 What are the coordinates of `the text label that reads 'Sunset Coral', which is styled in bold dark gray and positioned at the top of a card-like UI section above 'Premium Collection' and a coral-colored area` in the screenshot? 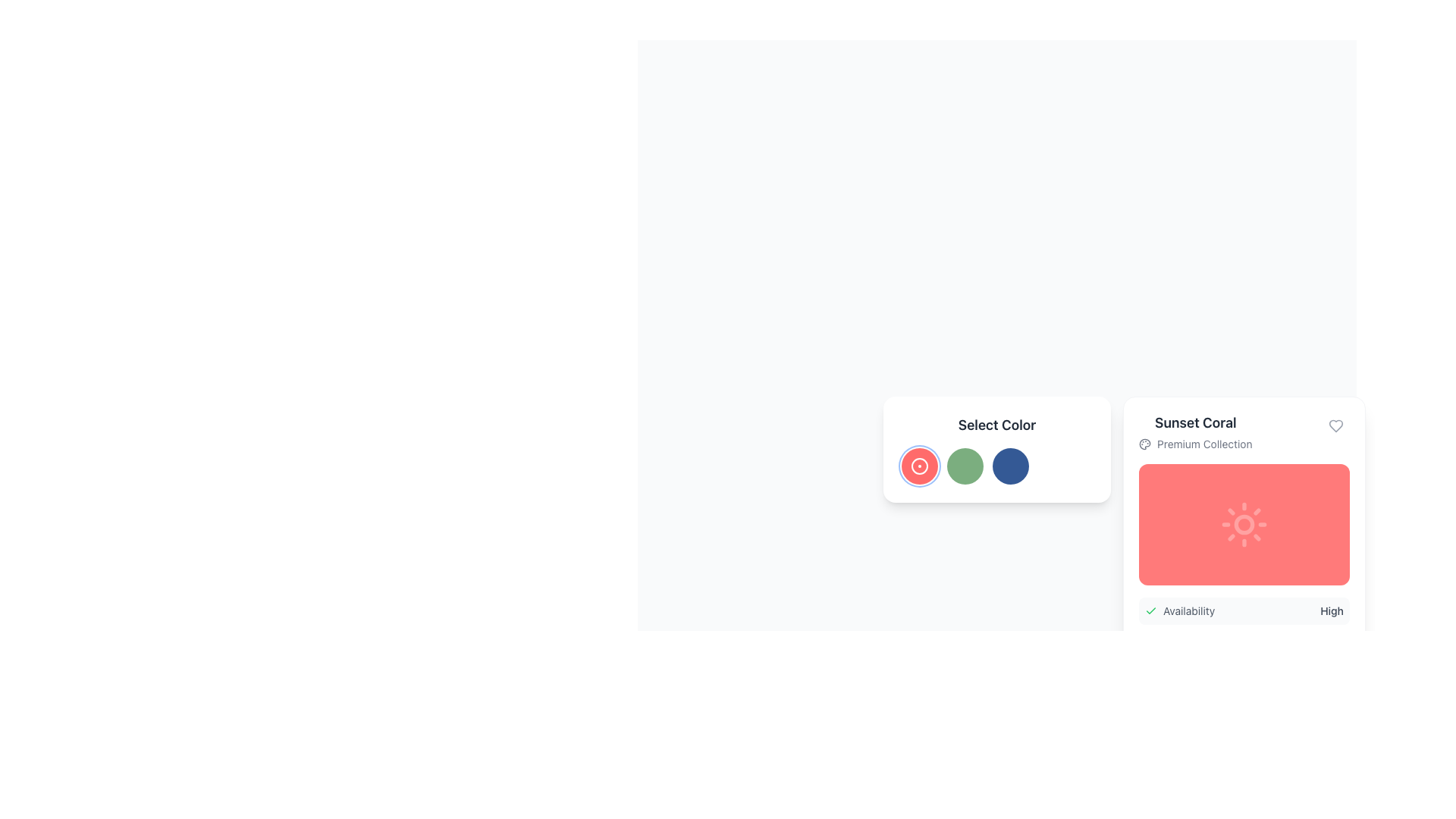 It's located at (1194, 423).